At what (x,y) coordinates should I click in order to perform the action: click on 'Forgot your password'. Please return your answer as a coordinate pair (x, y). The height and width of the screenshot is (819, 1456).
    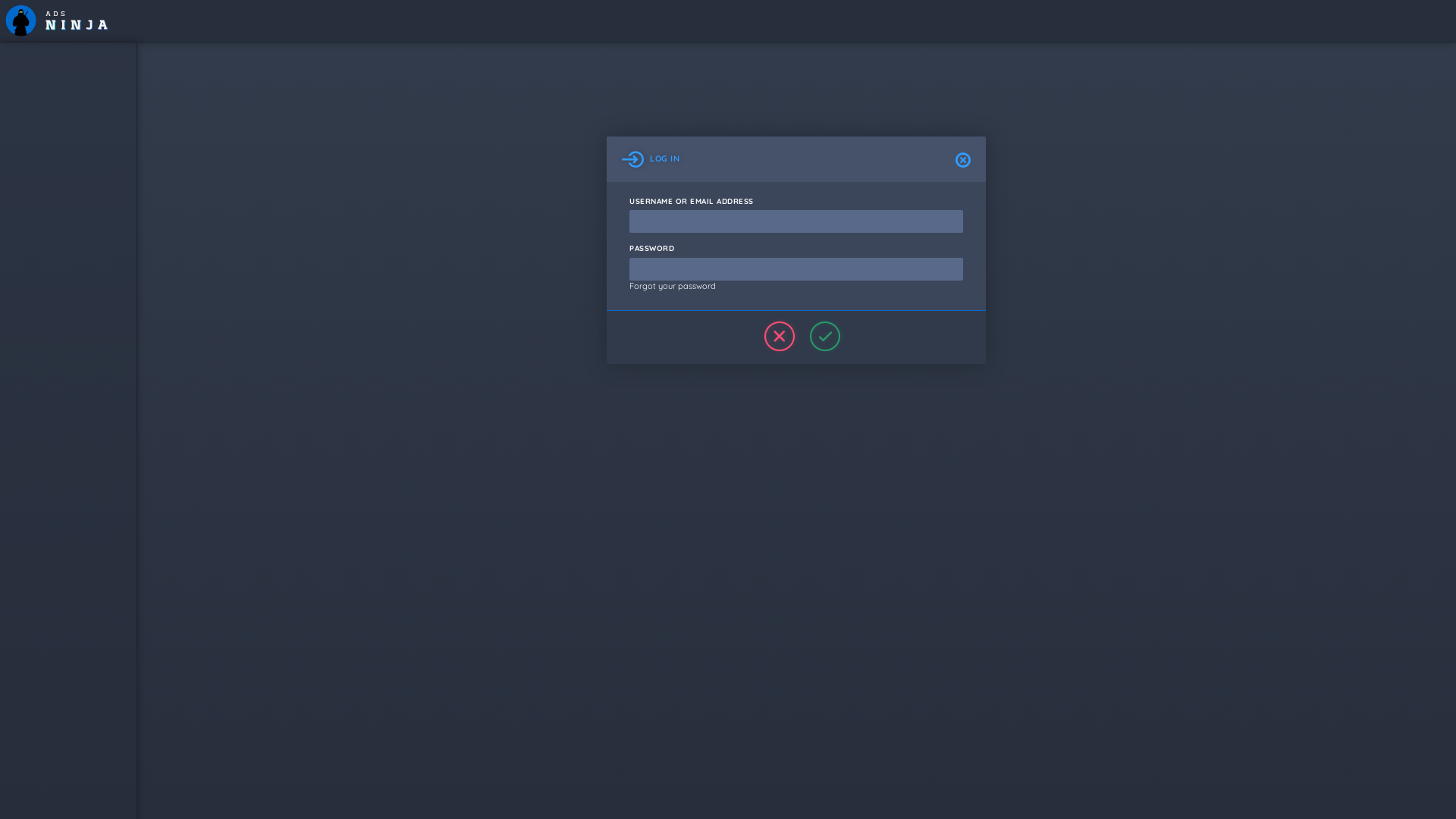
    Looking at the image, I should click on (672, 286).